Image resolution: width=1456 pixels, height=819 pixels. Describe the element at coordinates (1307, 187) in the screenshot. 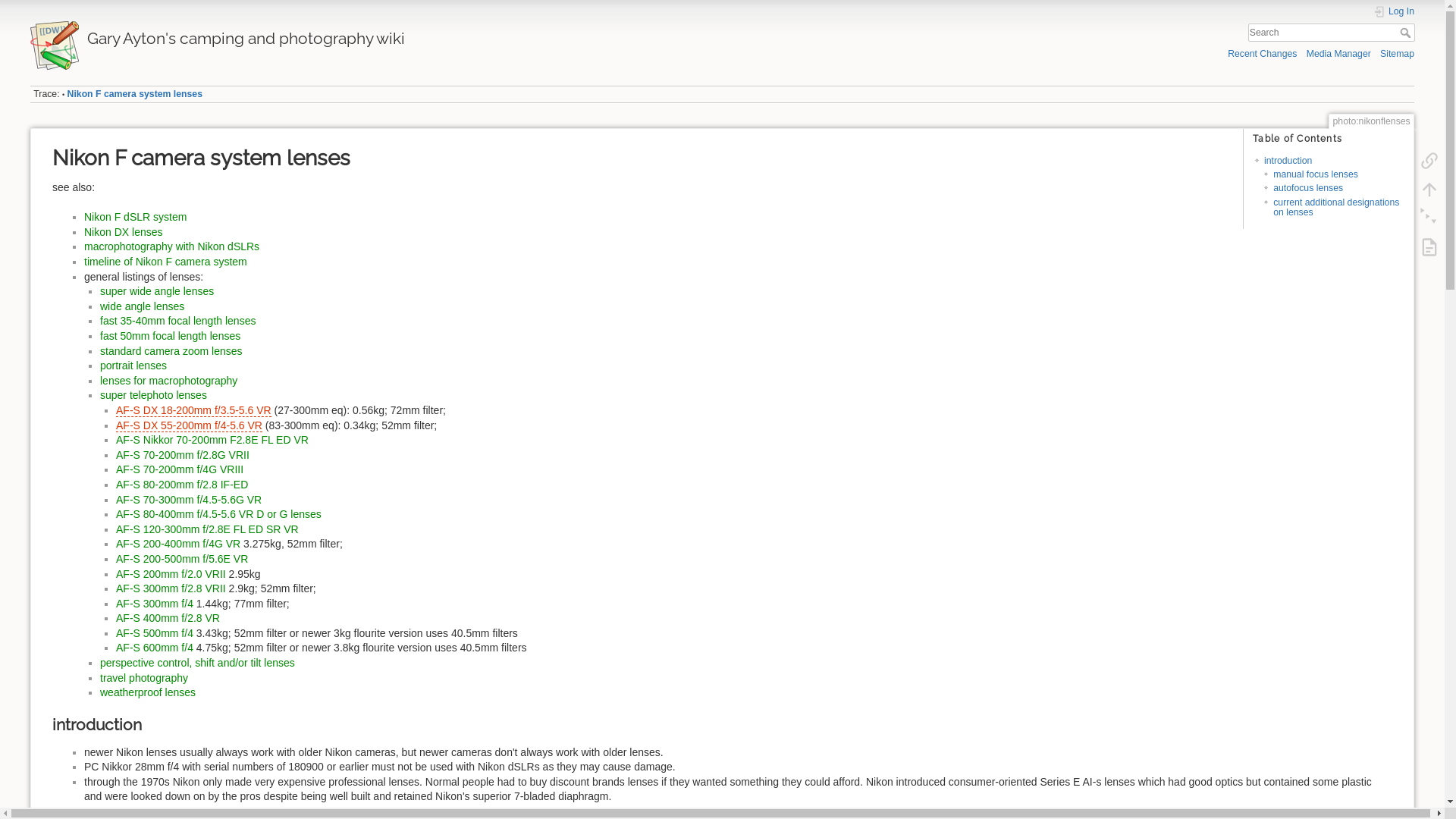

I see `'autofocus lenses'` at that location.